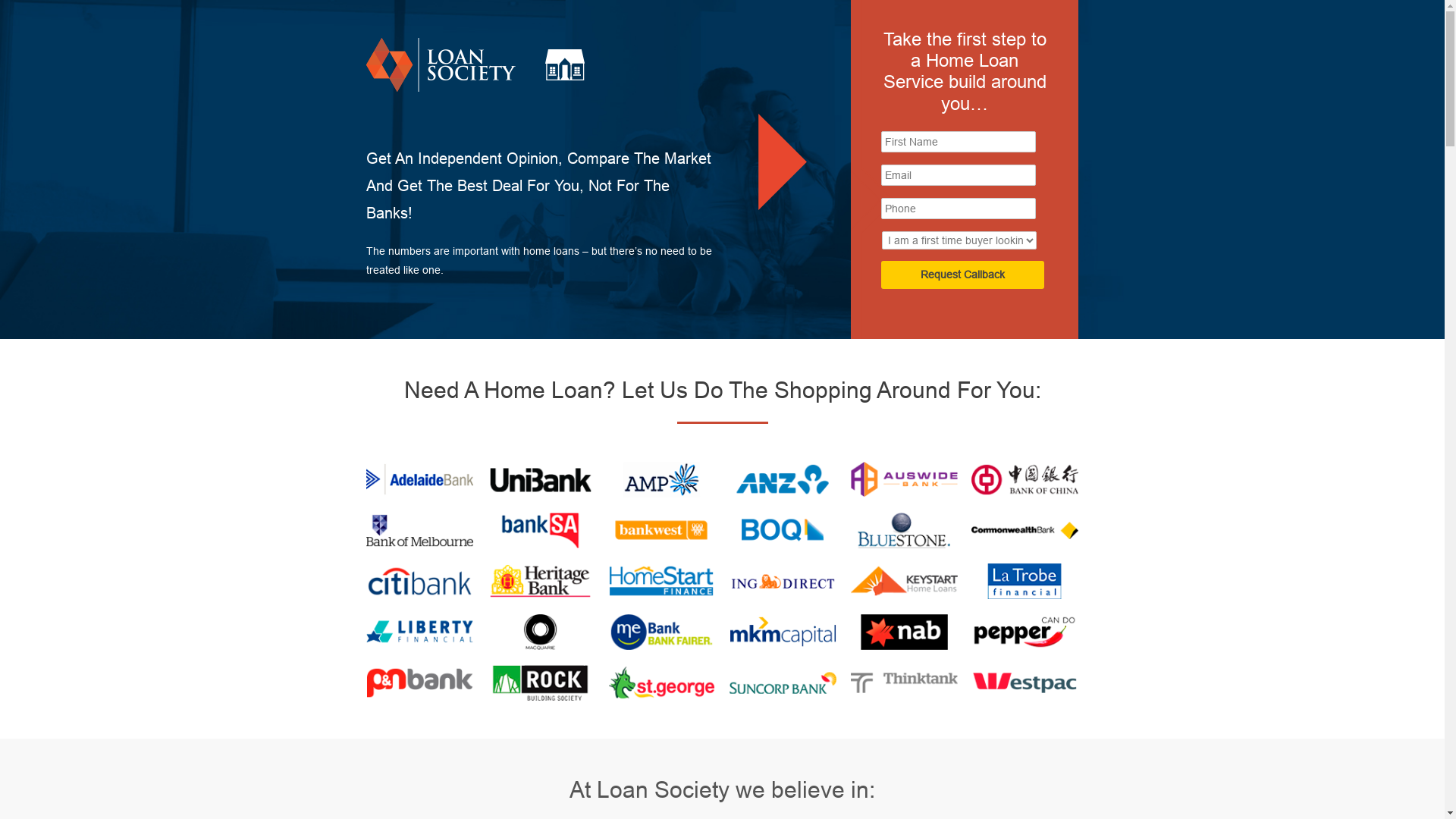 This screenshot has height=819, width=1456. Describe the element at coordinates (962, 275) in the screenshot. I see `'Request Callback'` at that location.